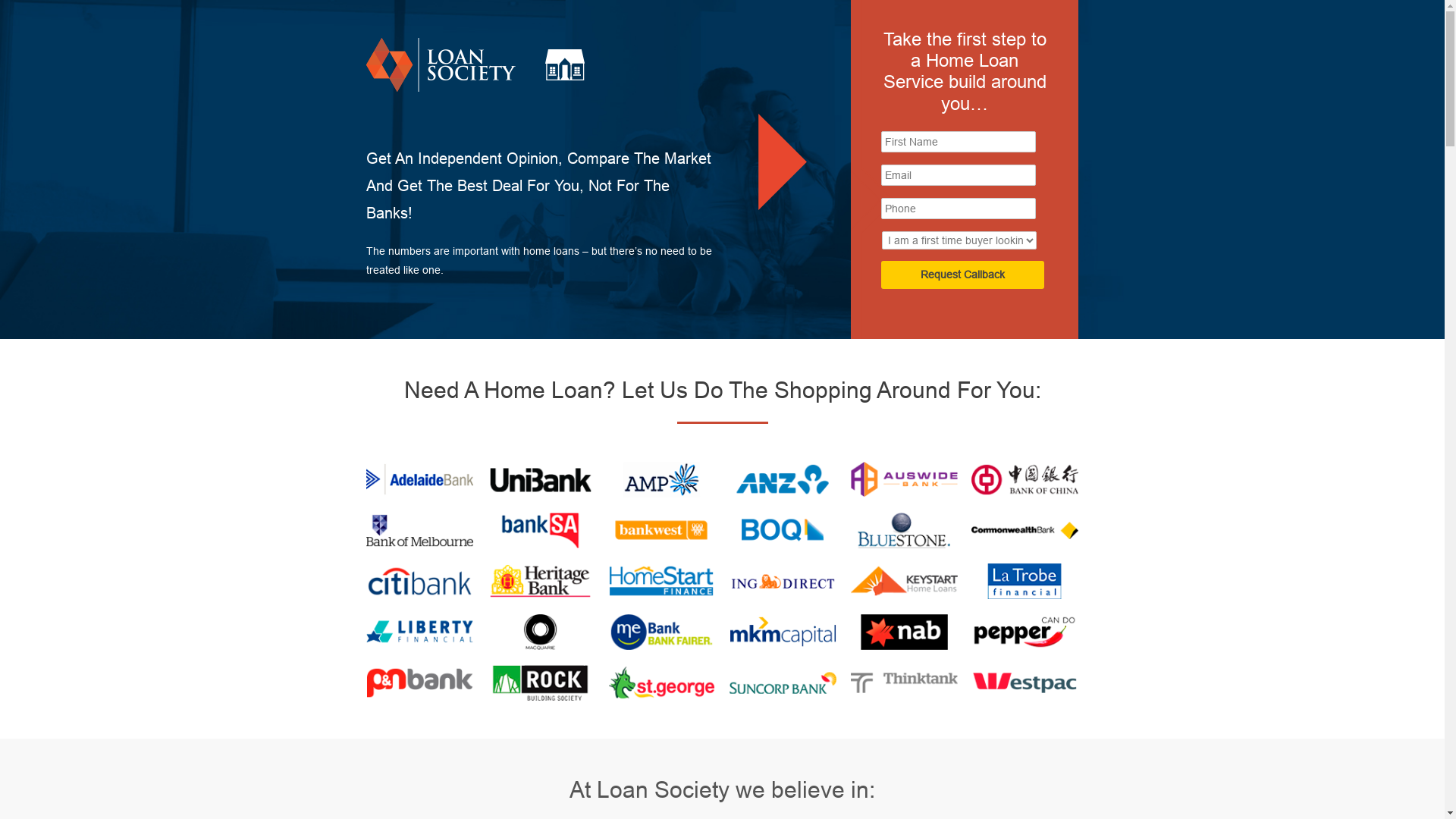 This screenshot has height=819, width=1456. Describe the element at coordinates (962, 275) in the screenshot. I see `'Request Callback'` at that location.